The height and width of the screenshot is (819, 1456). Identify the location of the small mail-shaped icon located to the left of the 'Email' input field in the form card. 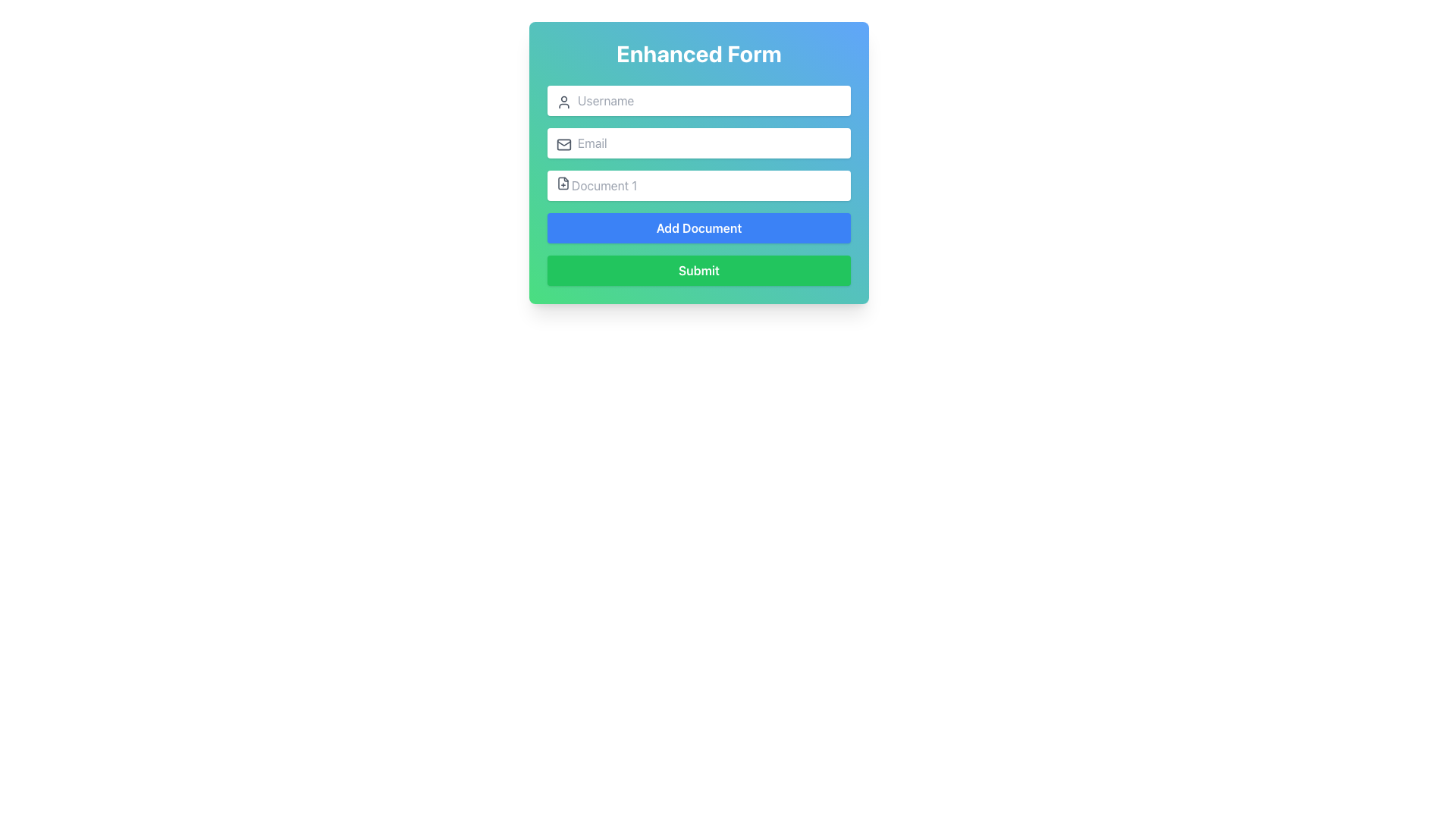
(563, 145).